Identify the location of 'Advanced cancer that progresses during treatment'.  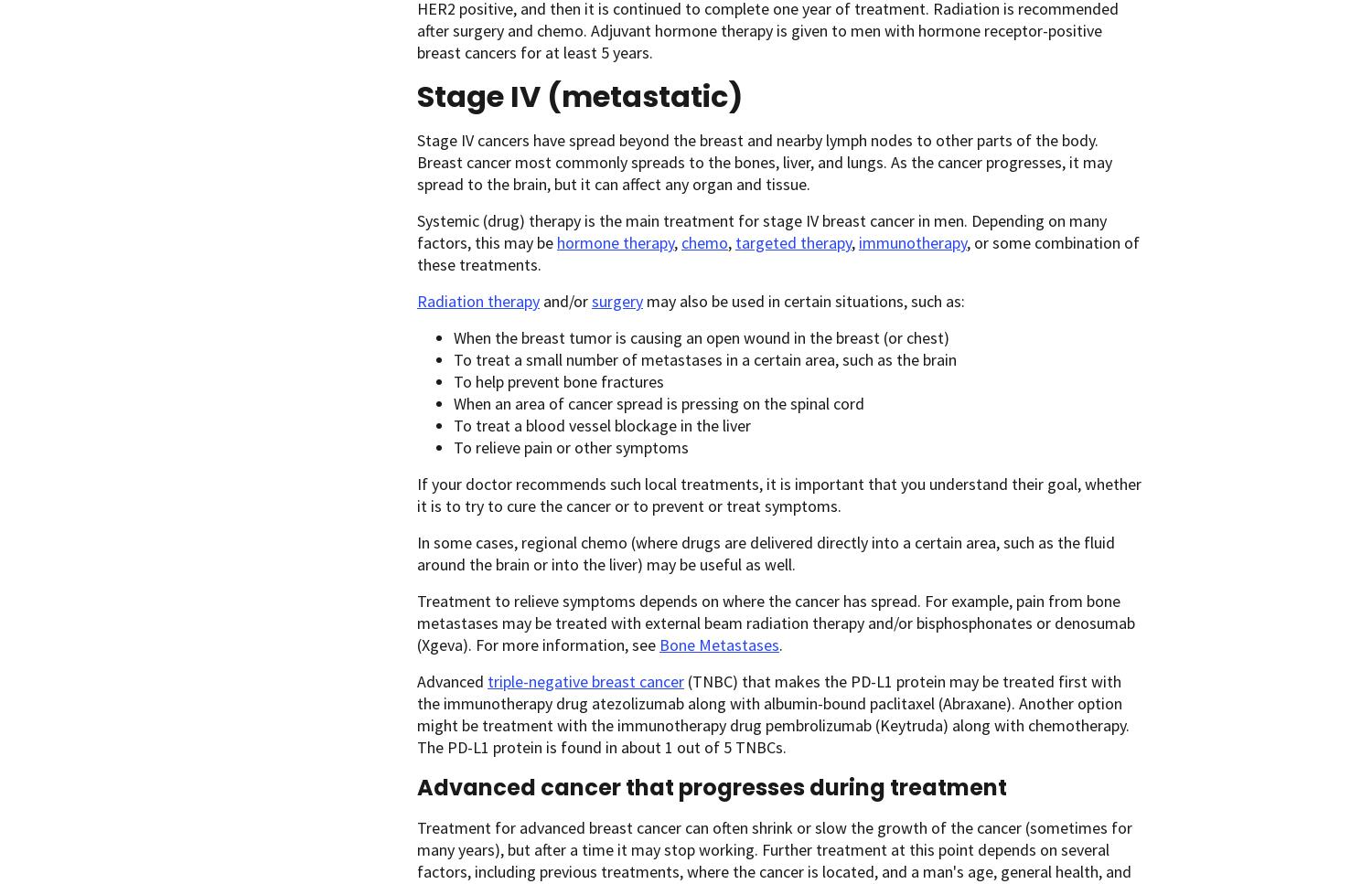
(416, 786).